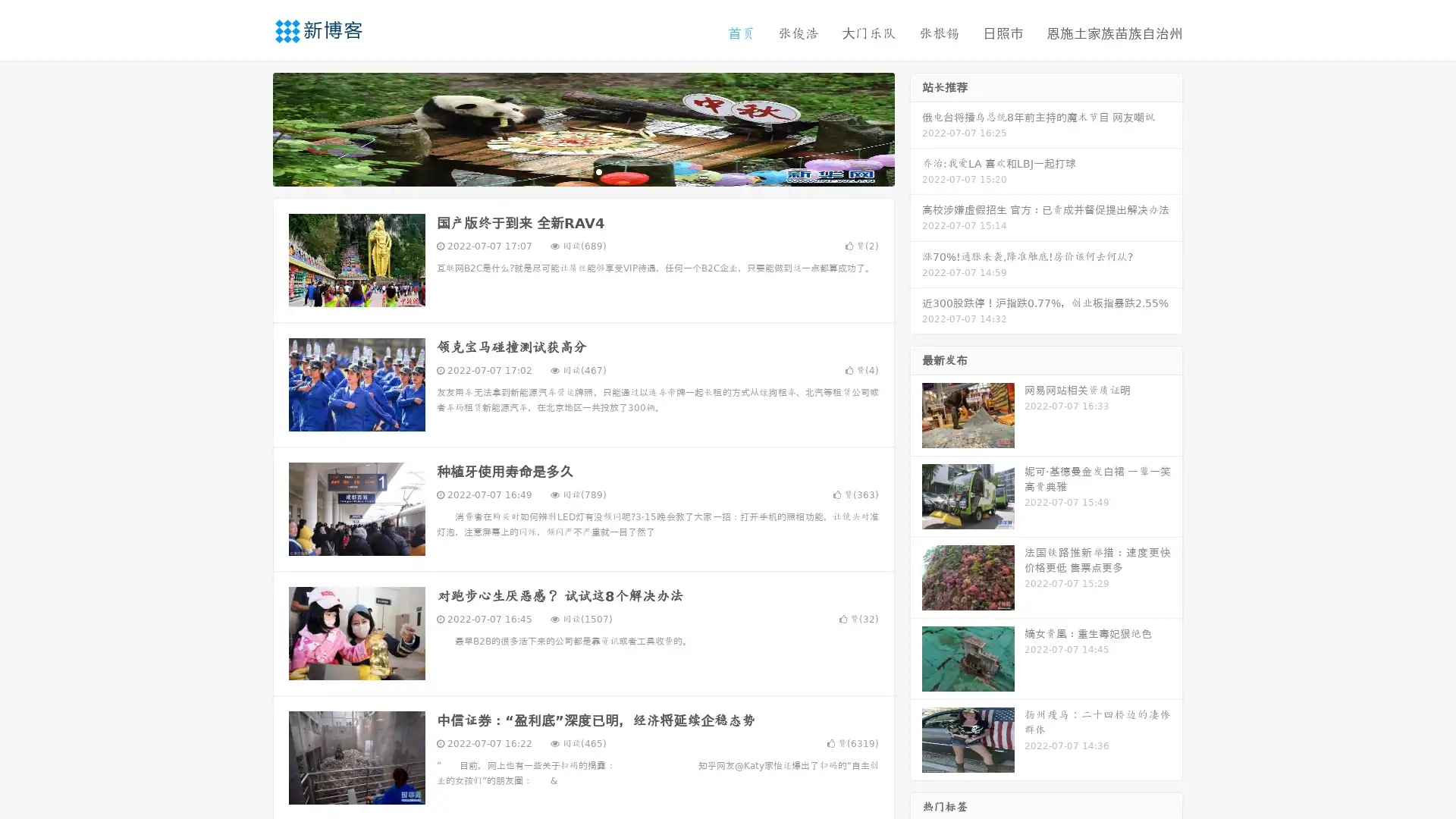  Describe the element at coordinates (598, 171) in the screenshot. I see `Go to slide 3` at that location.